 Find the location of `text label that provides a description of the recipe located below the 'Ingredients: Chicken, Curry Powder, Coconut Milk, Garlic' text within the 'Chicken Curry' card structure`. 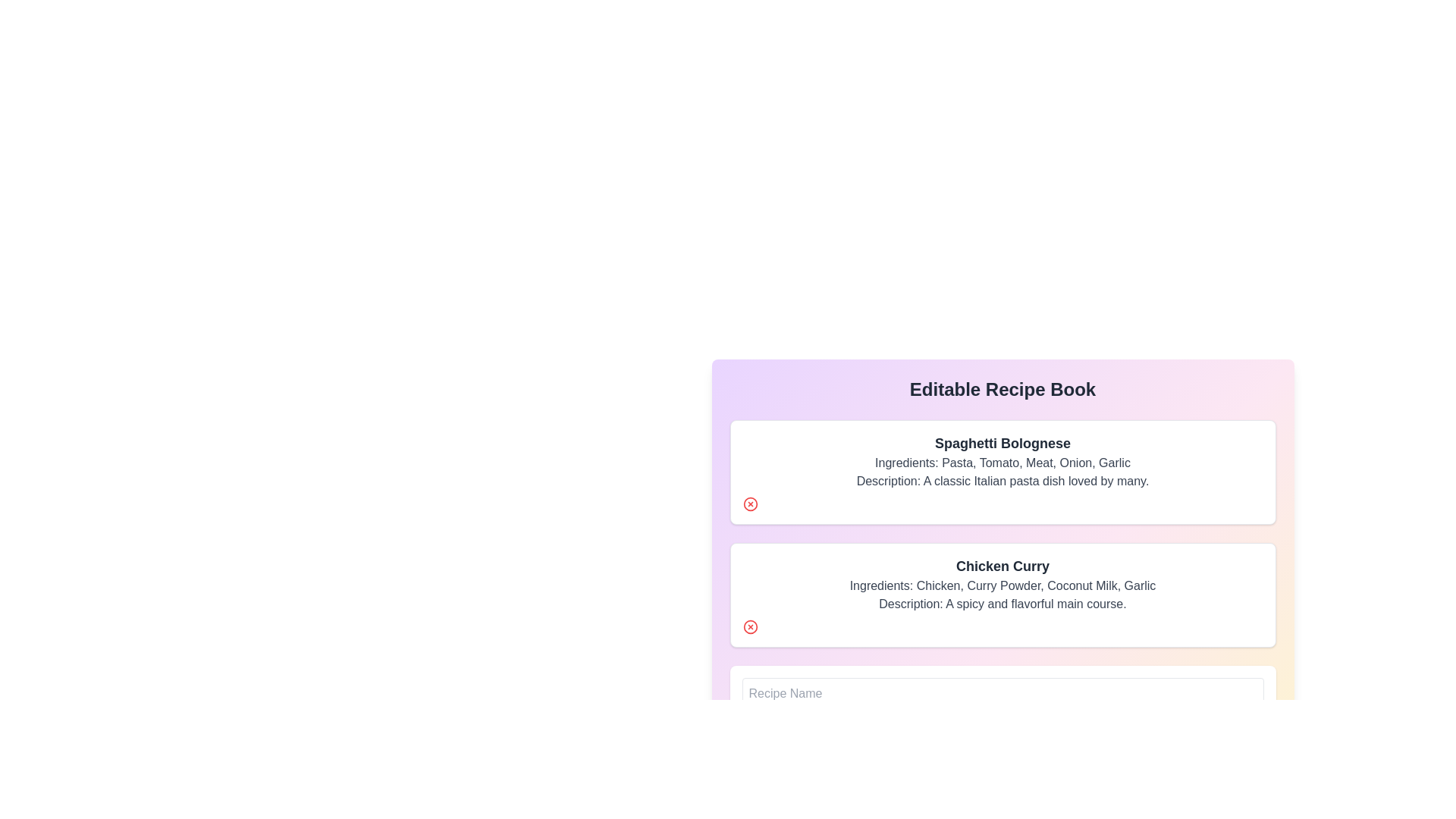

text label that provides a description of the recipe located below the 'Ingredients: Chicken, Curry Powder, Coconut Milk, Garlic' text within the 'Chicken Curry' card structure is located at coordinates (1003, 604).